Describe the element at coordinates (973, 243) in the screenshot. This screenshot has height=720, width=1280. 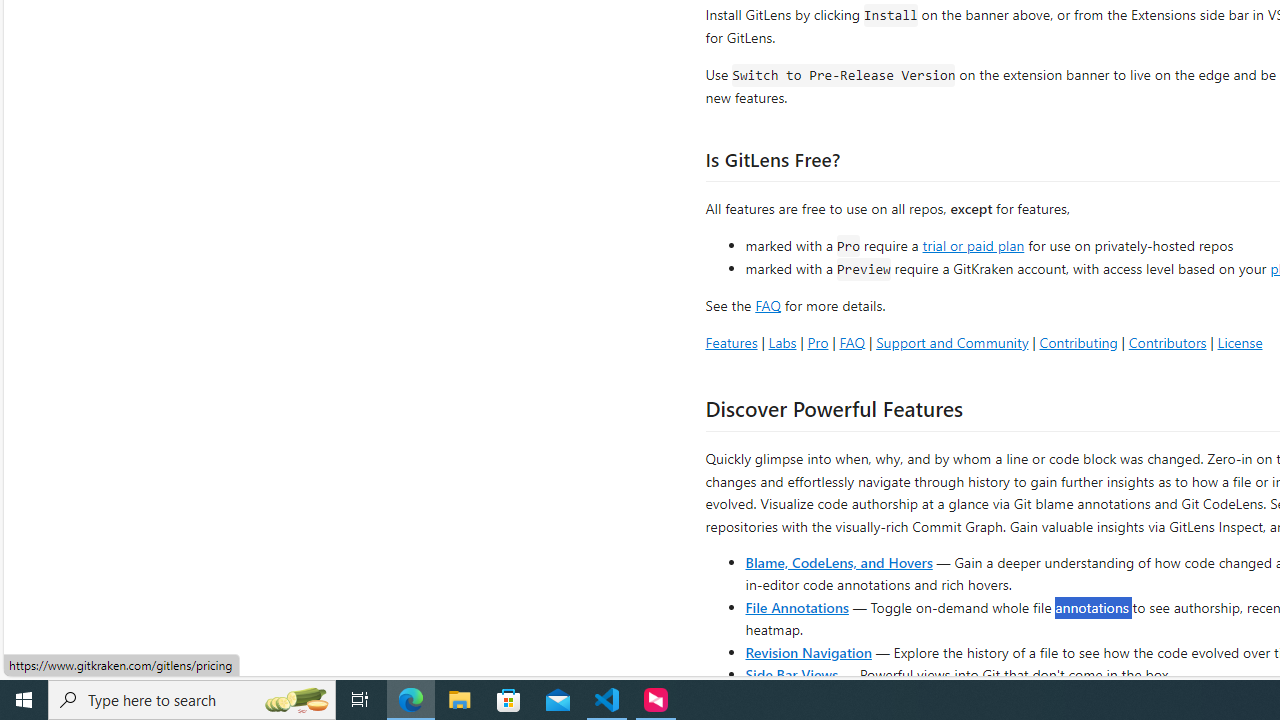
I see `'trial or paid plan'` at that location.